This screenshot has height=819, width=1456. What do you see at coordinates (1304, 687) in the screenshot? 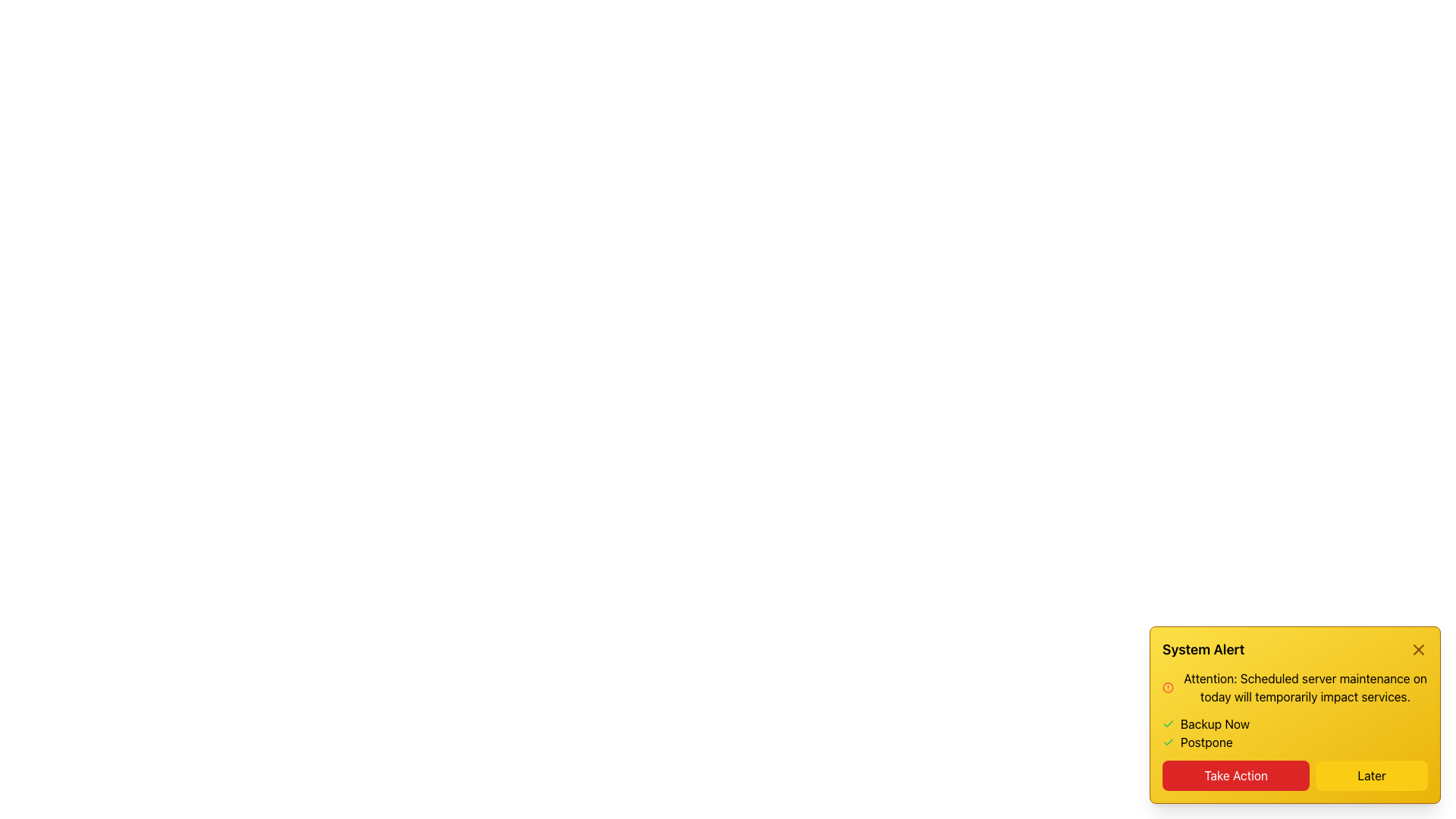
I see `the text informing the user about an upcoming server maintenance event` at bounding box center [1304, 687].